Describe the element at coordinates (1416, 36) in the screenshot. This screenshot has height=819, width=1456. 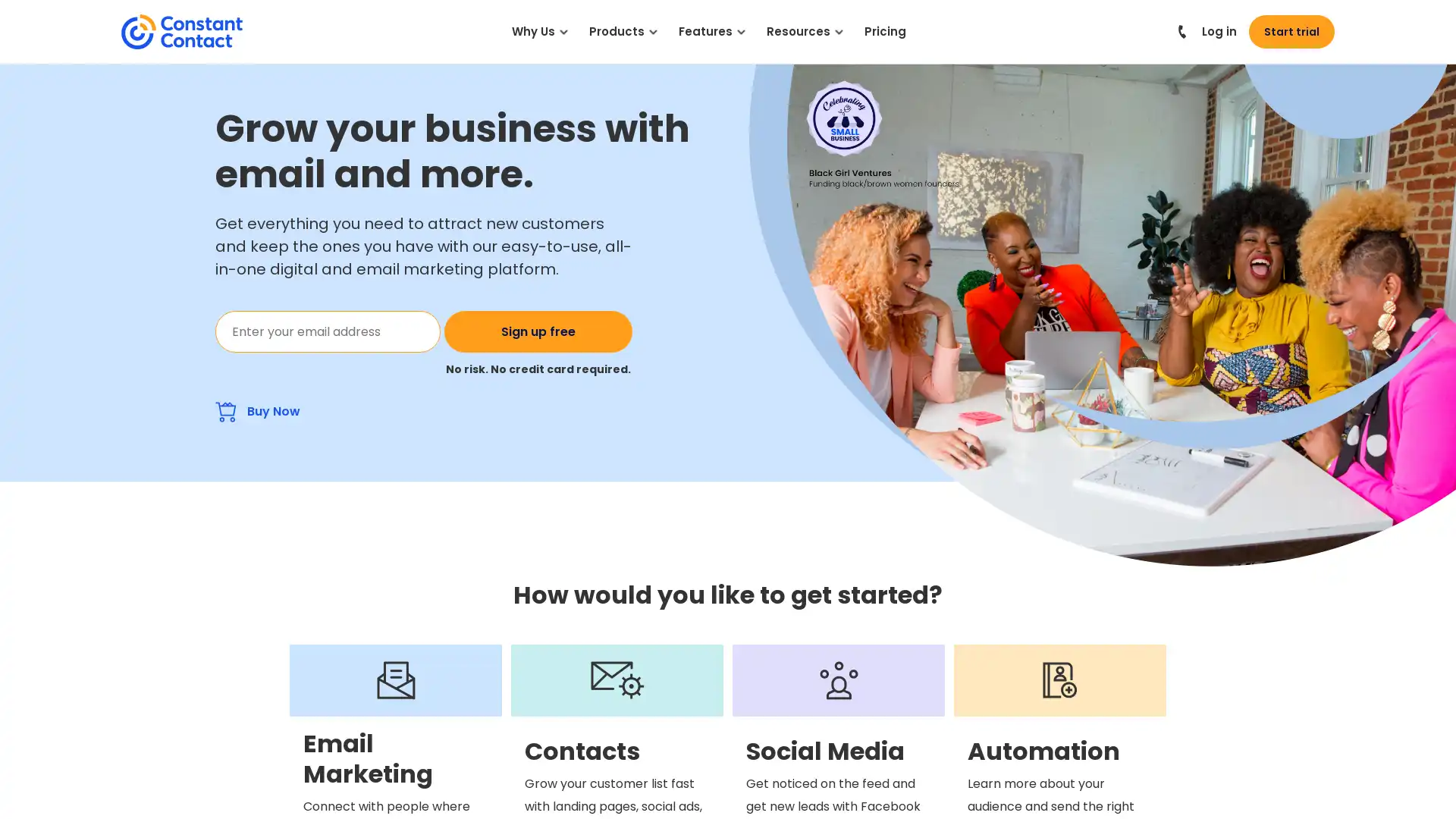
I see `Close overlay` at that location.